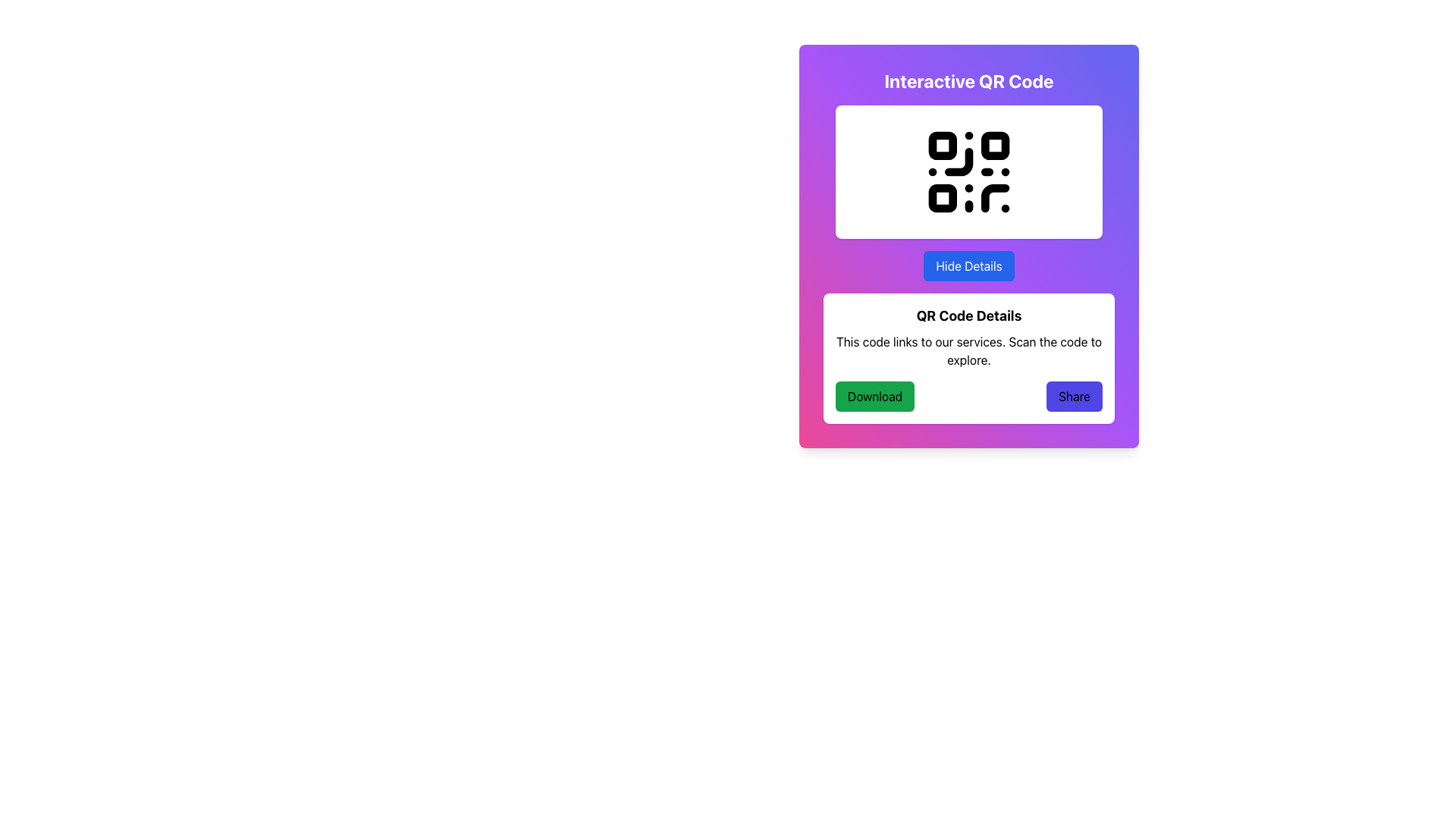 The width and height of the screenshot is (1456, 819). I want to click on title text label located at the top of the white, rounded rectangle box, which provides context about the details concerning a QR code, so click(968, 315).